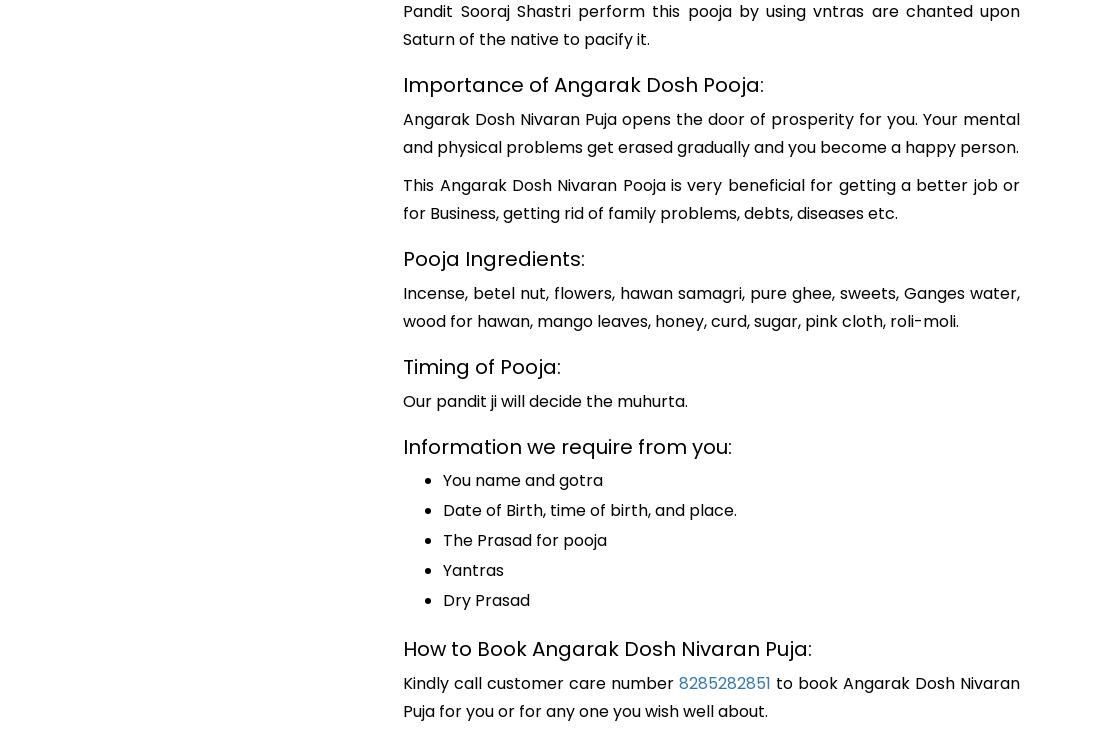 Image resolution: width=1100 pixels, height=740 pixels. I want to click on 'Dry Prasad', so click(486, 600).